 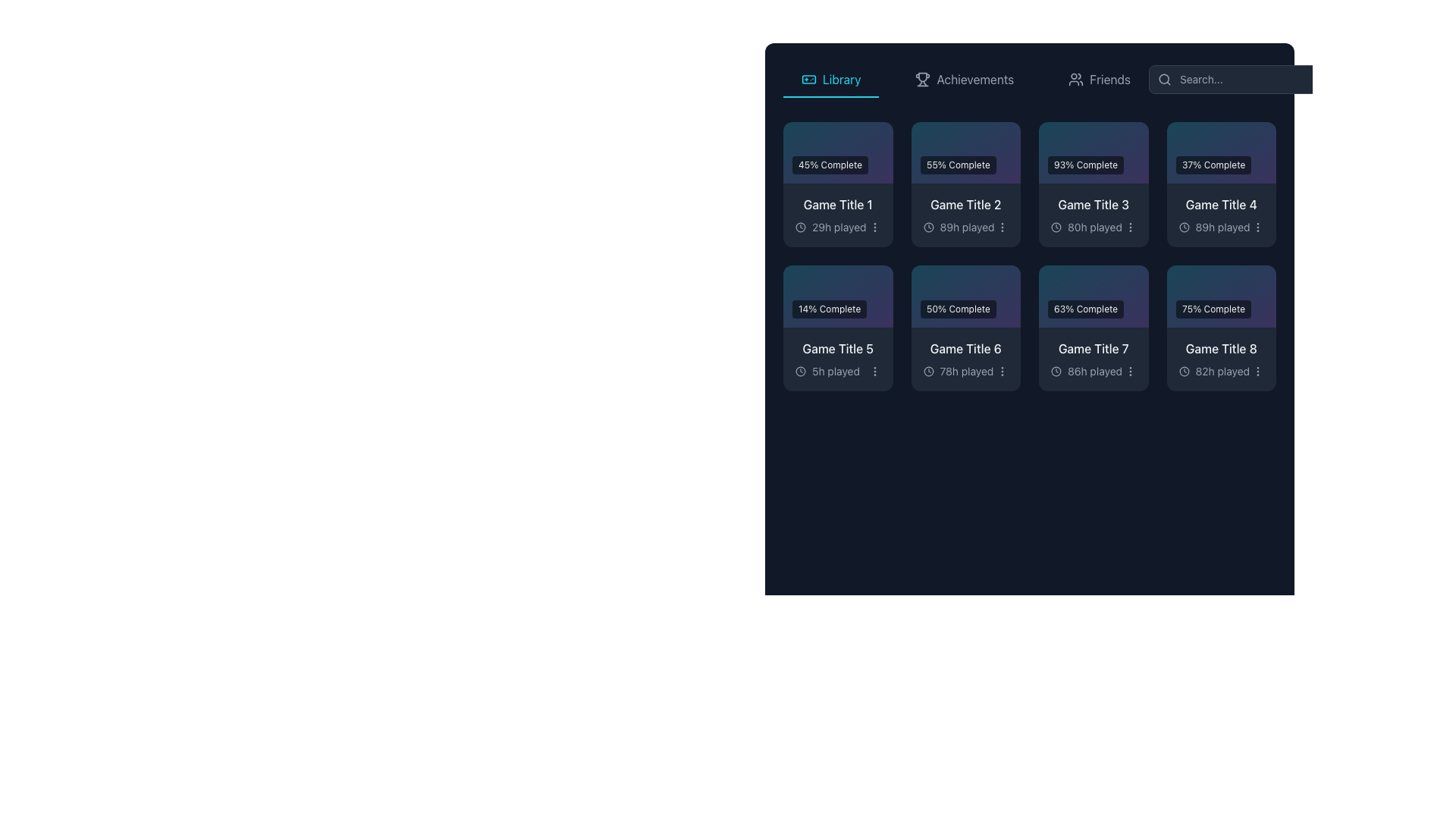 What do you see at coordinates (1002, 227) in the screenshot?
I see `the vertical ellipsis icon located to the right of '89h played' for 'Game Title 2'` at bounding box center [1002, 227].